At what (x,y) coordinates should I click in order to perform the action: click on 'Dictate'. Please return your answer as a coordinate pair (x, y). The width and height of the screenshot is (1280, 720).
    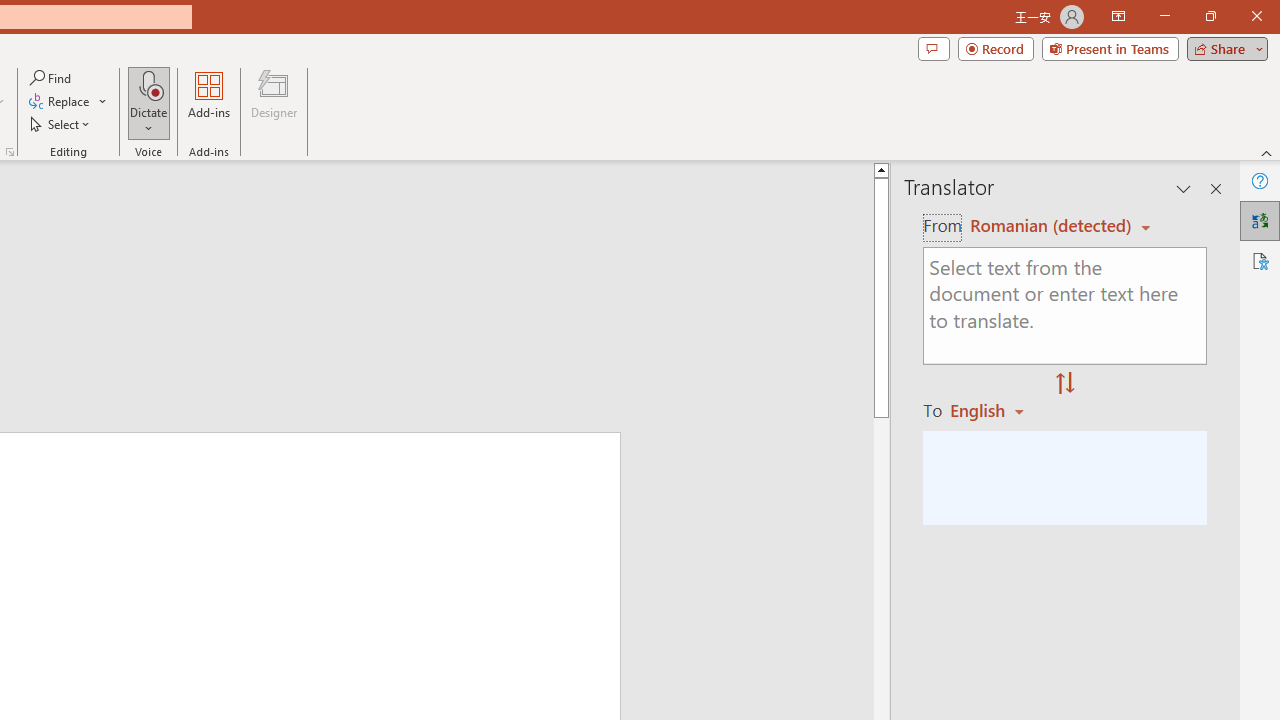
    Looking at the image, I should click on (148, 103).